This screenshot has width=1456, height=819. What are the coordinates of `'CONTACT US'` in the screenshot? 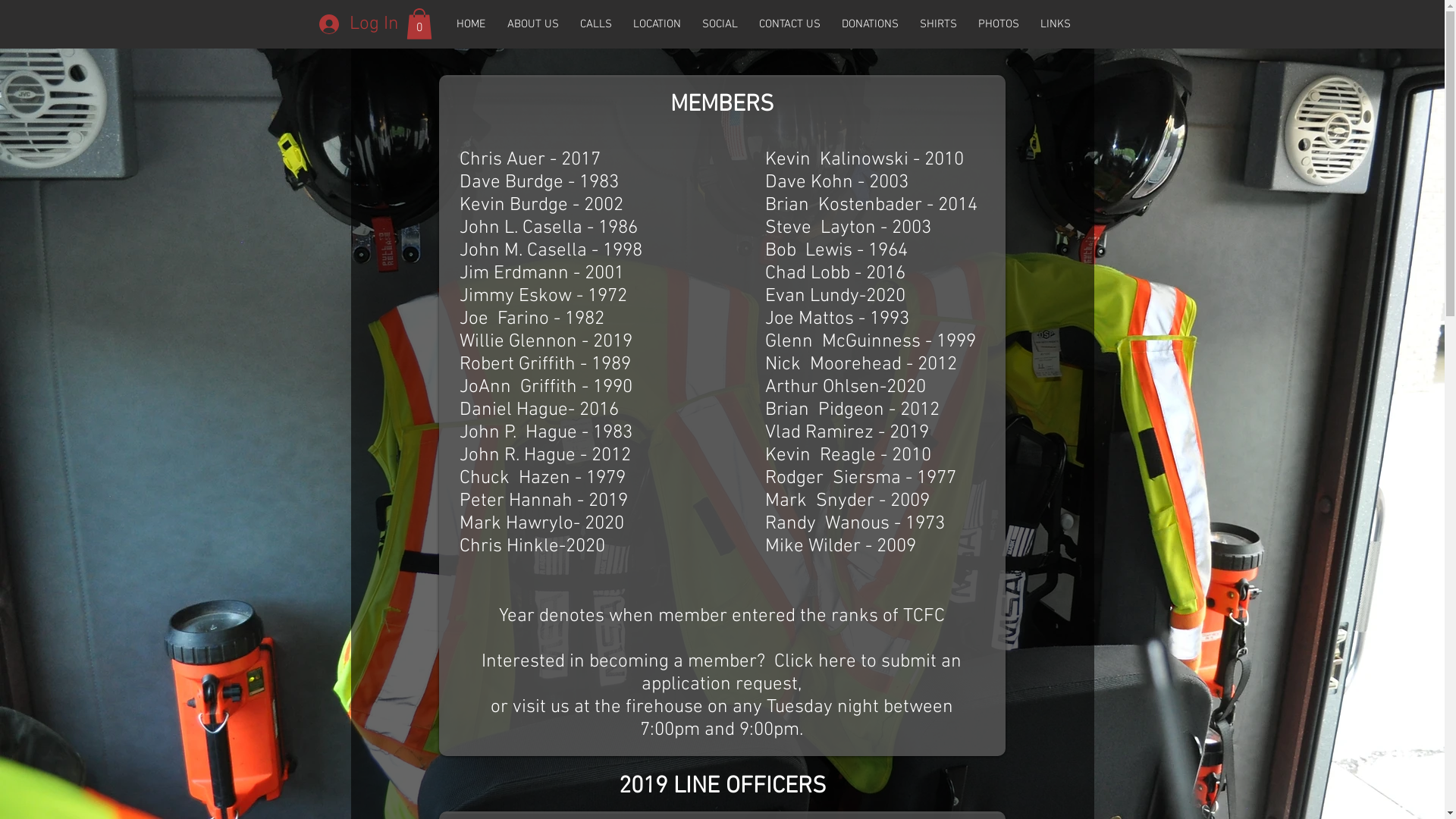 It's located at (789, 24).